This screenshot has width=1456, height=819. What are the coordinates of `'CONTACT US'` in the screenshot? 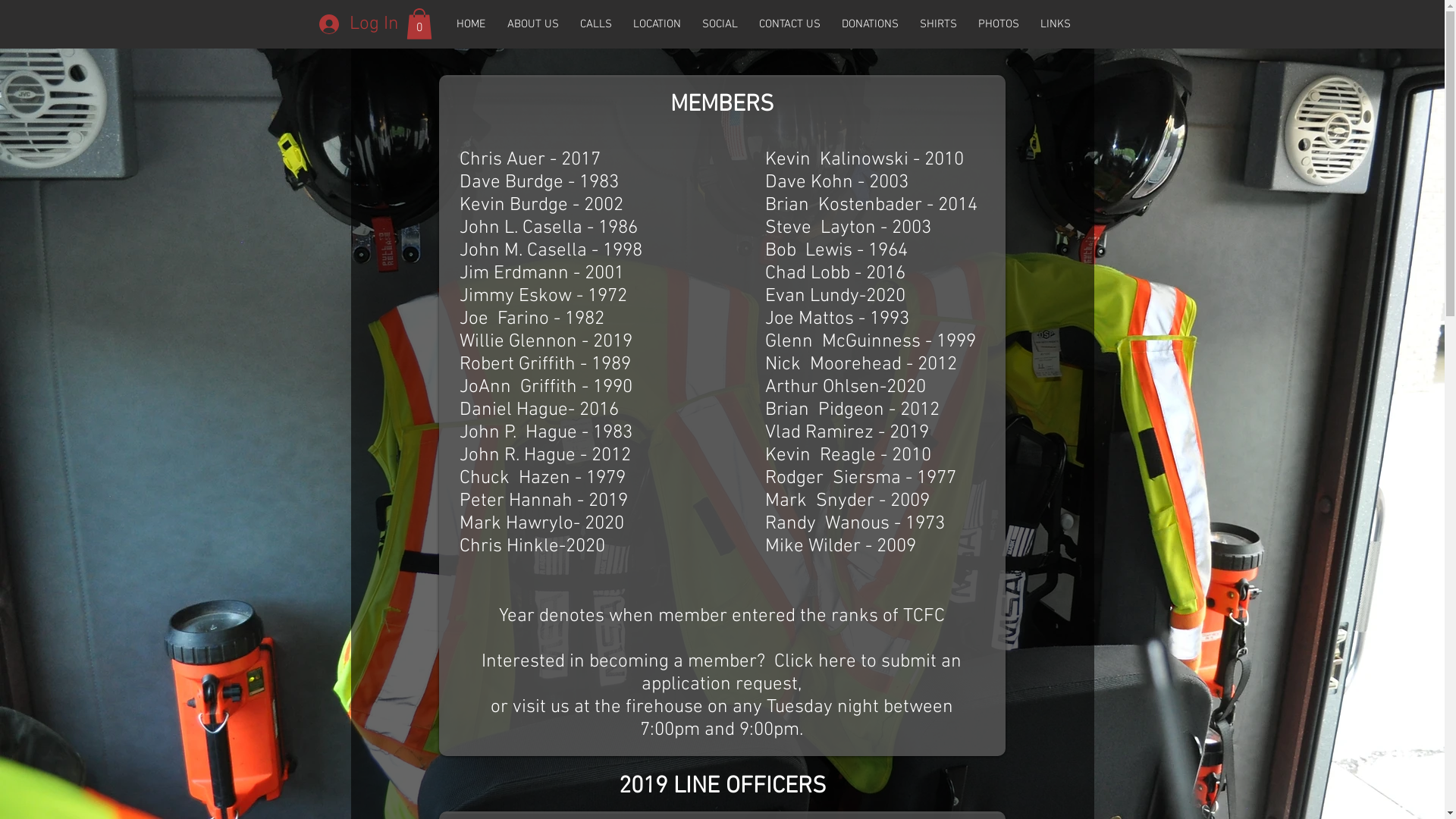 It's located at (789, 24).